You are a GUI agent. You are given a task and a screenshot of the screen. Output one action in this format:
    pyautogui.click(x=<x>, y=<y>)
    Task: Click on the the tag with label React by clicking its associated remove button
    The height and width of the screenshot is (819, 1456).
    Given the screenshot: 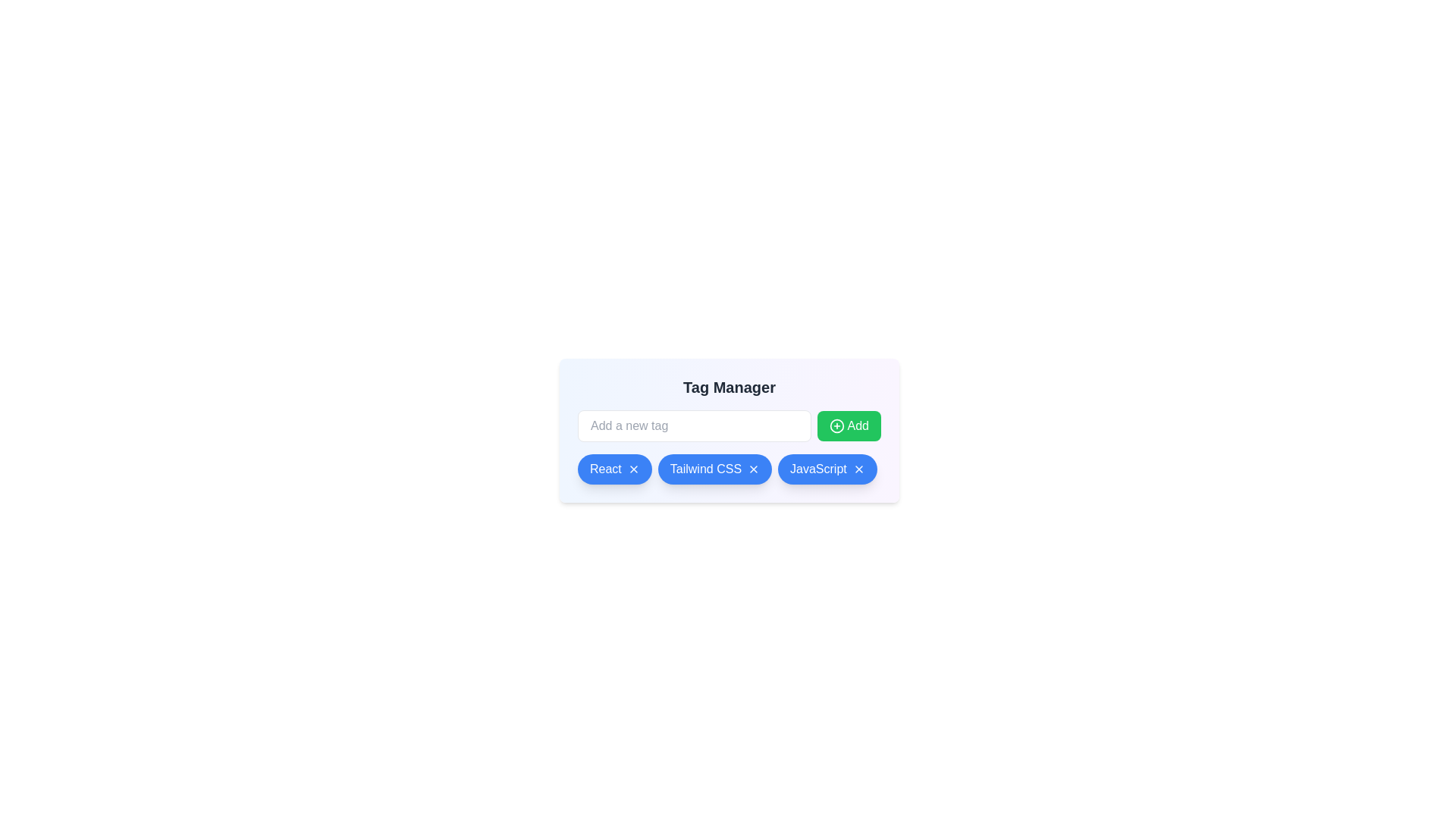 What is the action you would take?
    pyautogui.click(x=633, y=468)
    